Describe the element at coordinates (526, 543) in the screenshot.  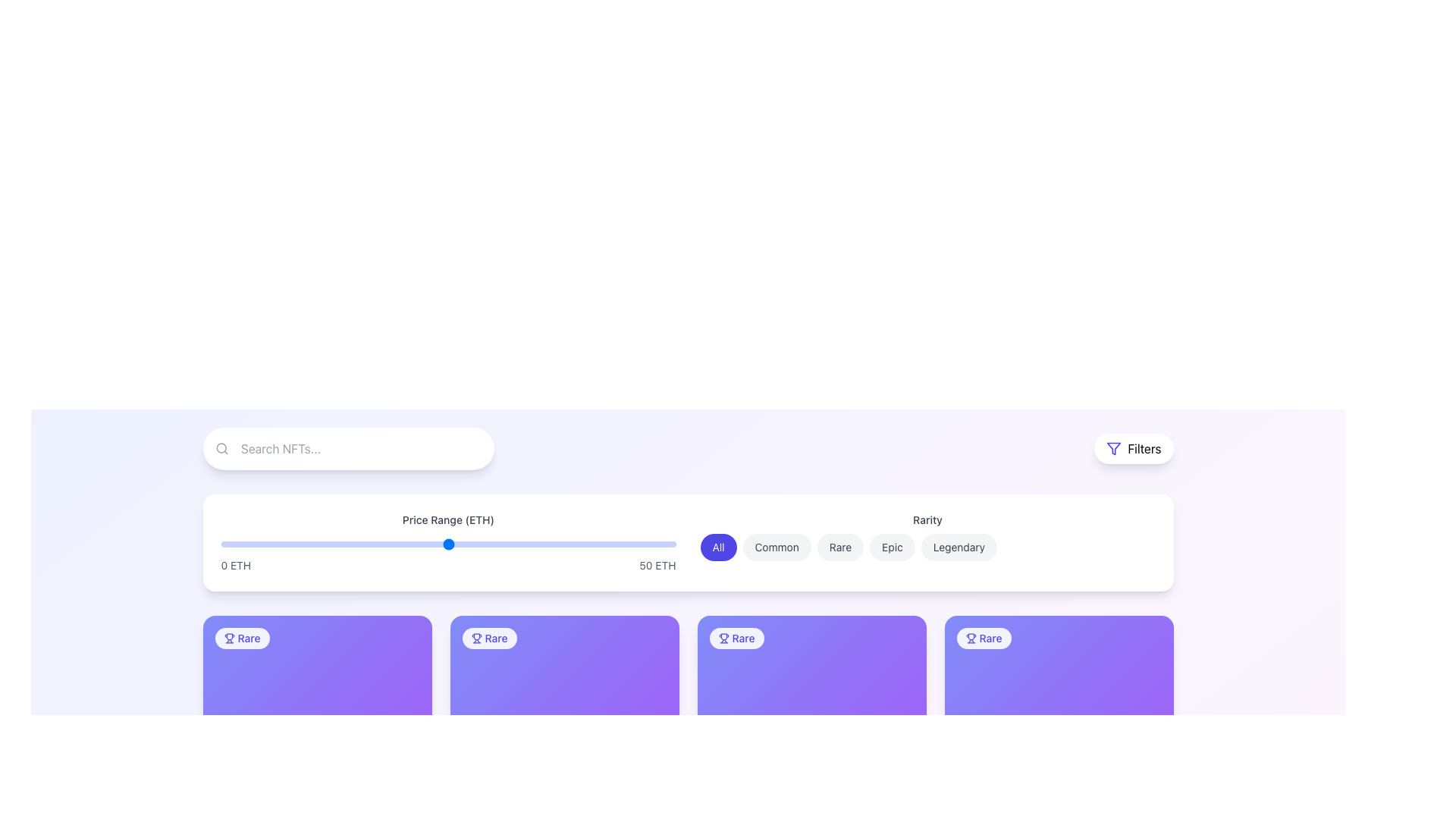
I see `the slider value` at that location.